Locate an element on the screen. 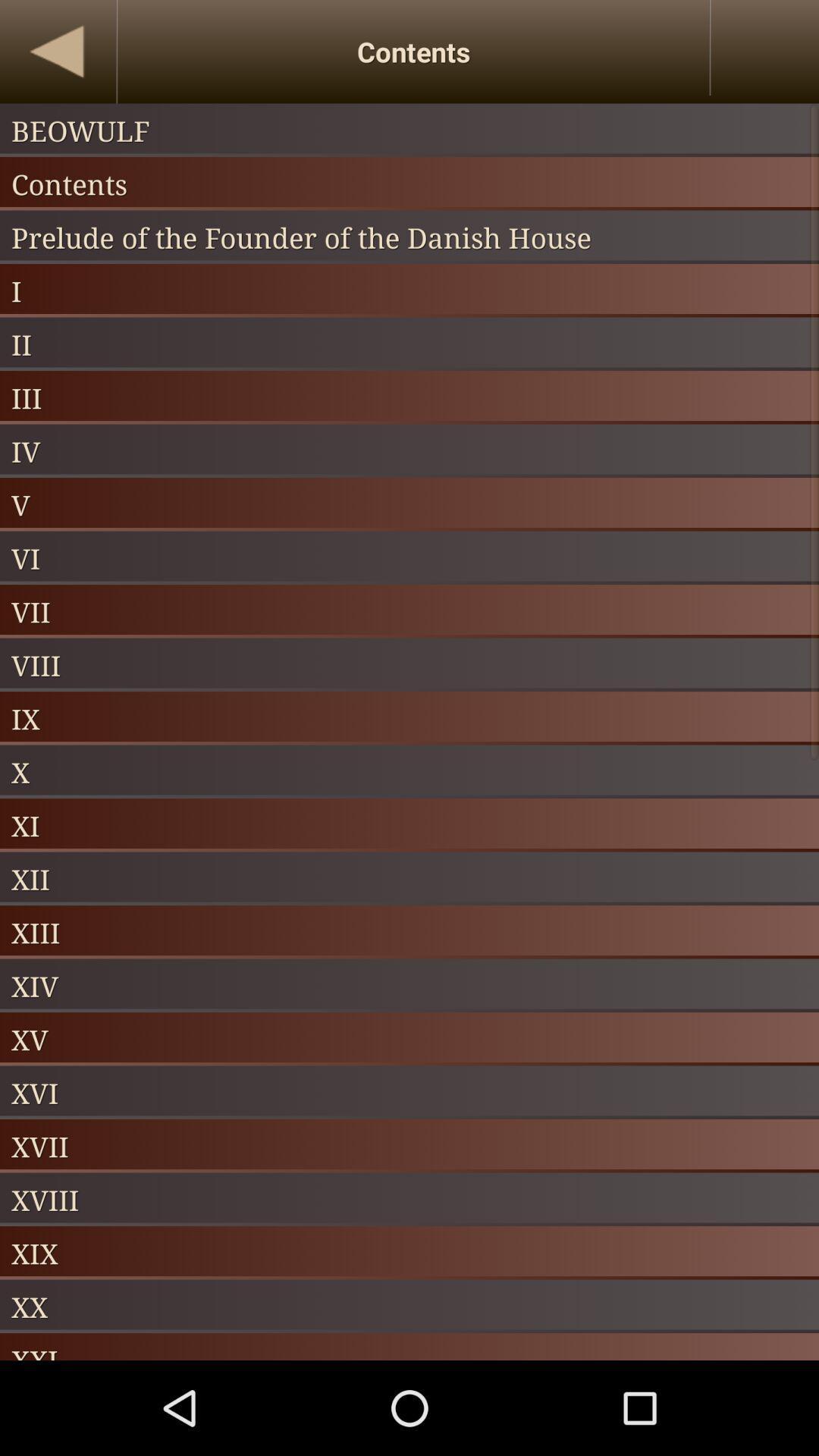 The image size is (819, 1456). the arrow_backward icon is located at coordinates (57, 55).